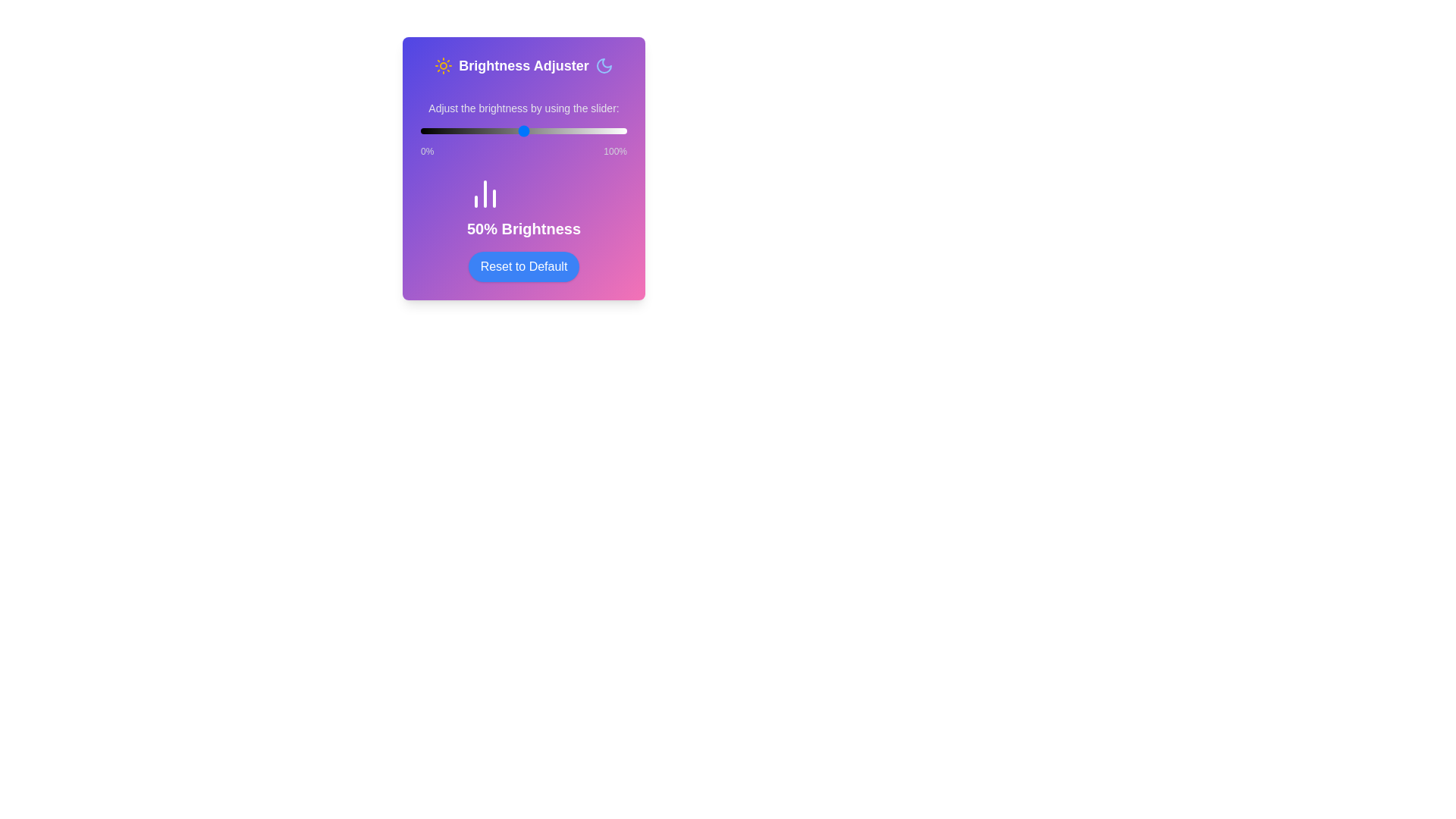 This screenshot has width=1456, height=819. Describe the element at coordinates (444, 130) in the screenshot. I see `the brightness to 12% by moving the slider` at that location.